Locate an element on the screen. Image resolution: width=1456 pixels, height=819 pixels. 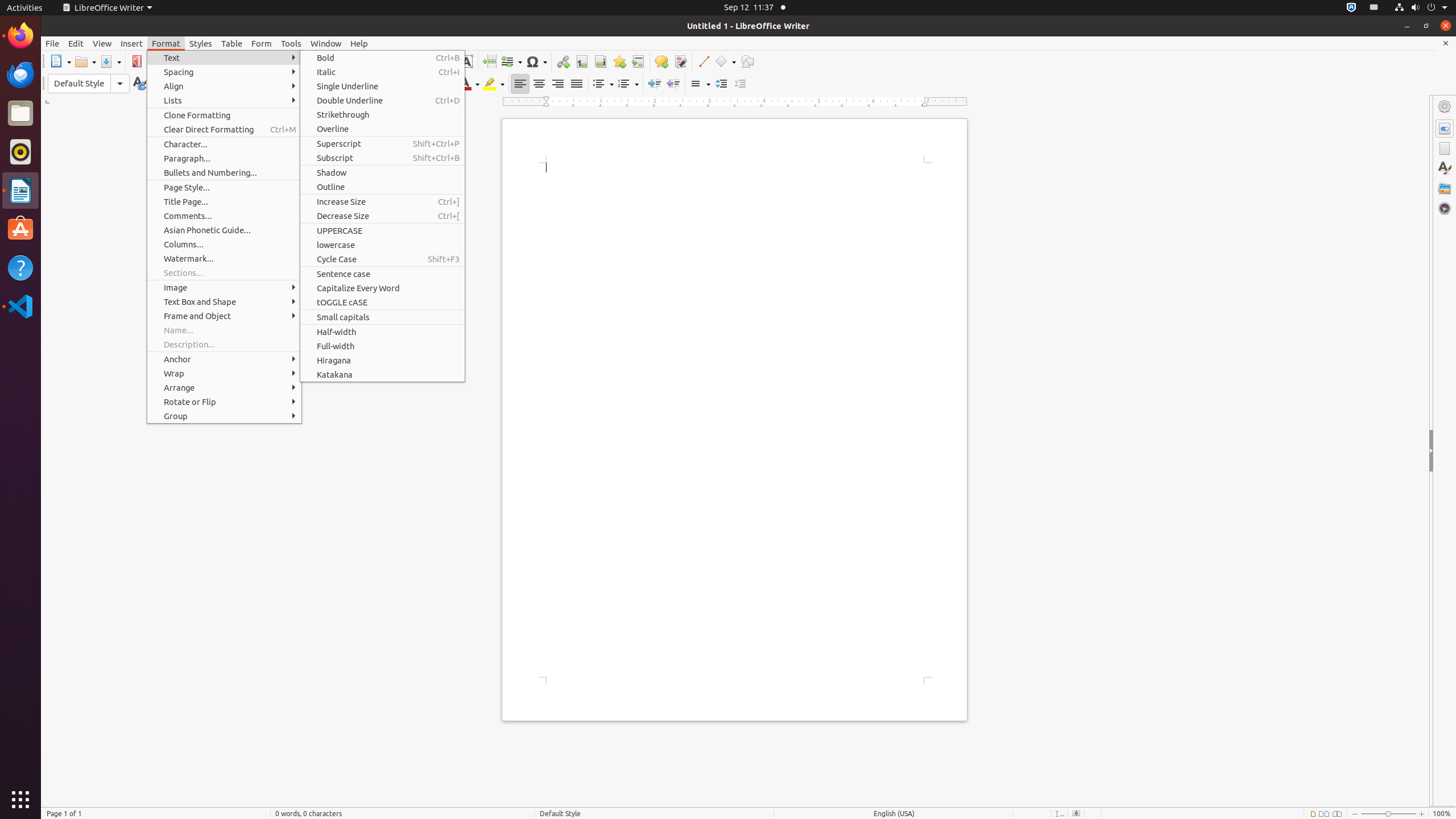
'Gallery' is located at coordinates (1444, 188).